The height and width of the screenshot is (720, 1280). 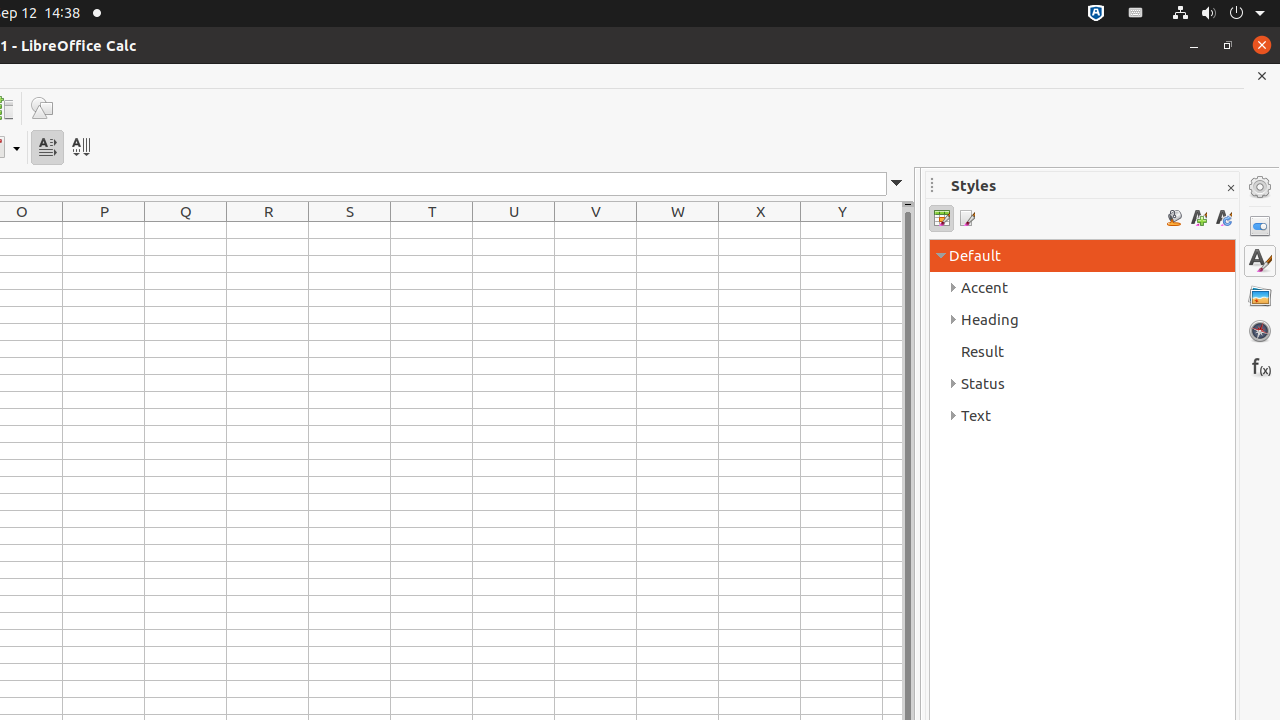 I want to click on 'Text direction from top to bottom', so click(x=80, y=146).